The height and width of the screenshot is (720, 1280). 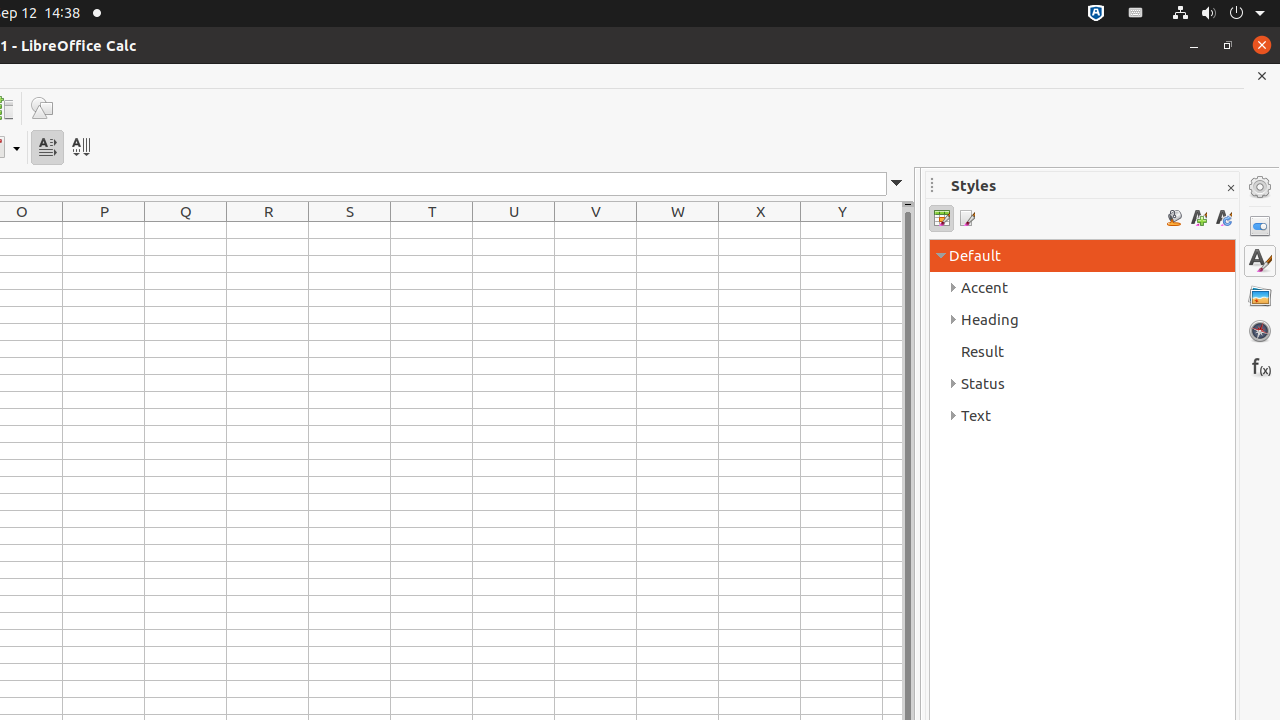 I want to click on 'Text direction from top to bottom', so click(x=80, y=146).